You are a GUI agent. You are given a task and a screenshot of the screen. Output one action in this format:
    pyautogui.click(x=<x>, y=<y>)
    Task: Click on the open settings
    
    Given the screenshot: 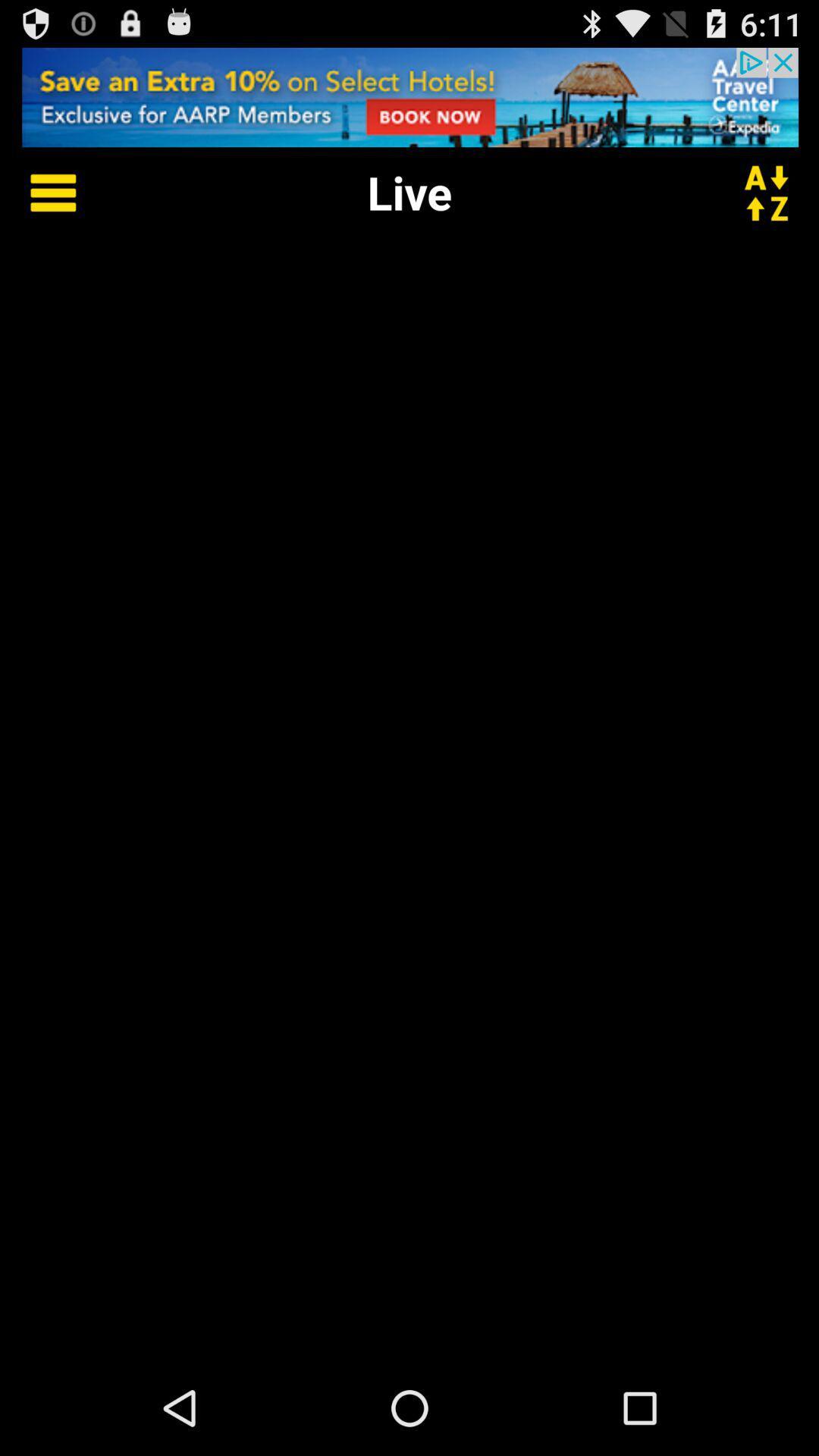 What is the action you would take?
    pyautogui.click(x=42, y=191)
    